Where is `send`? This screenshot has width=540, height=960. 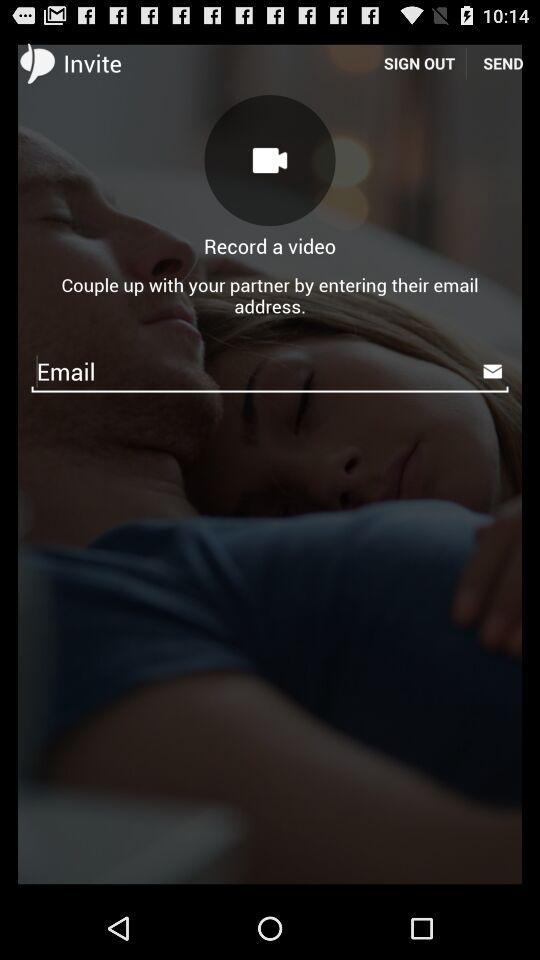
send is located at coordinates (502, 62).